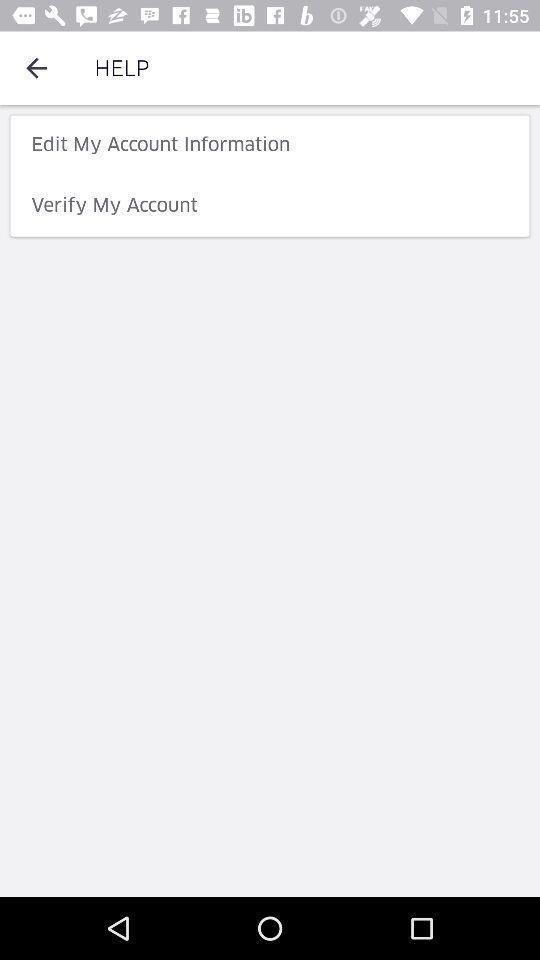  I want to click on icon above the edit my account icon, so click(36, 68).